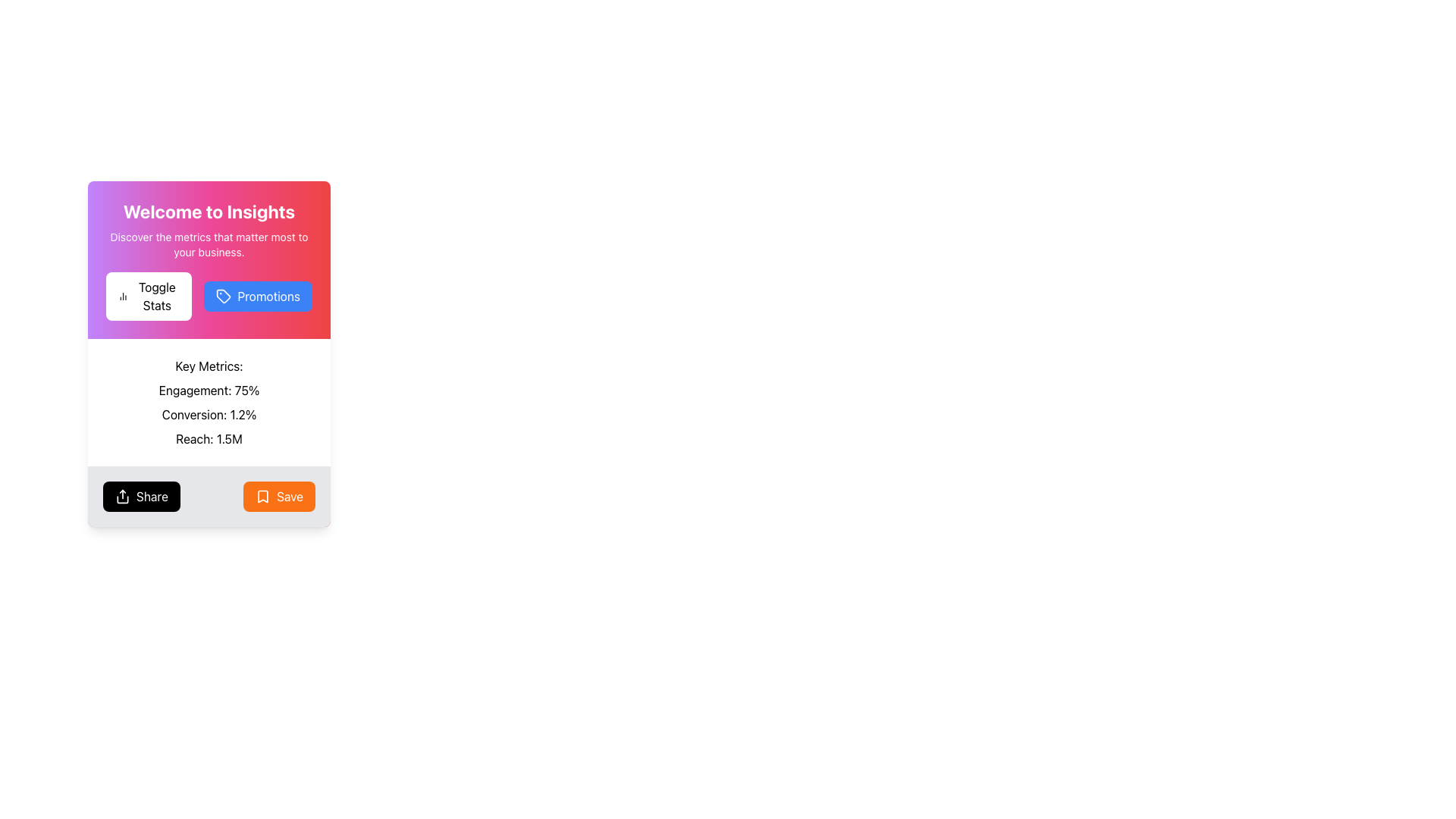 The image size is (1456, 819). What do you see at coordinates (123, 296) in the screenshot?
I see `the small icon resembling a column chart located on the left side of the 'Toggle Stats' button in the upper-left section of the card layout` at bounding box center [123, 296].